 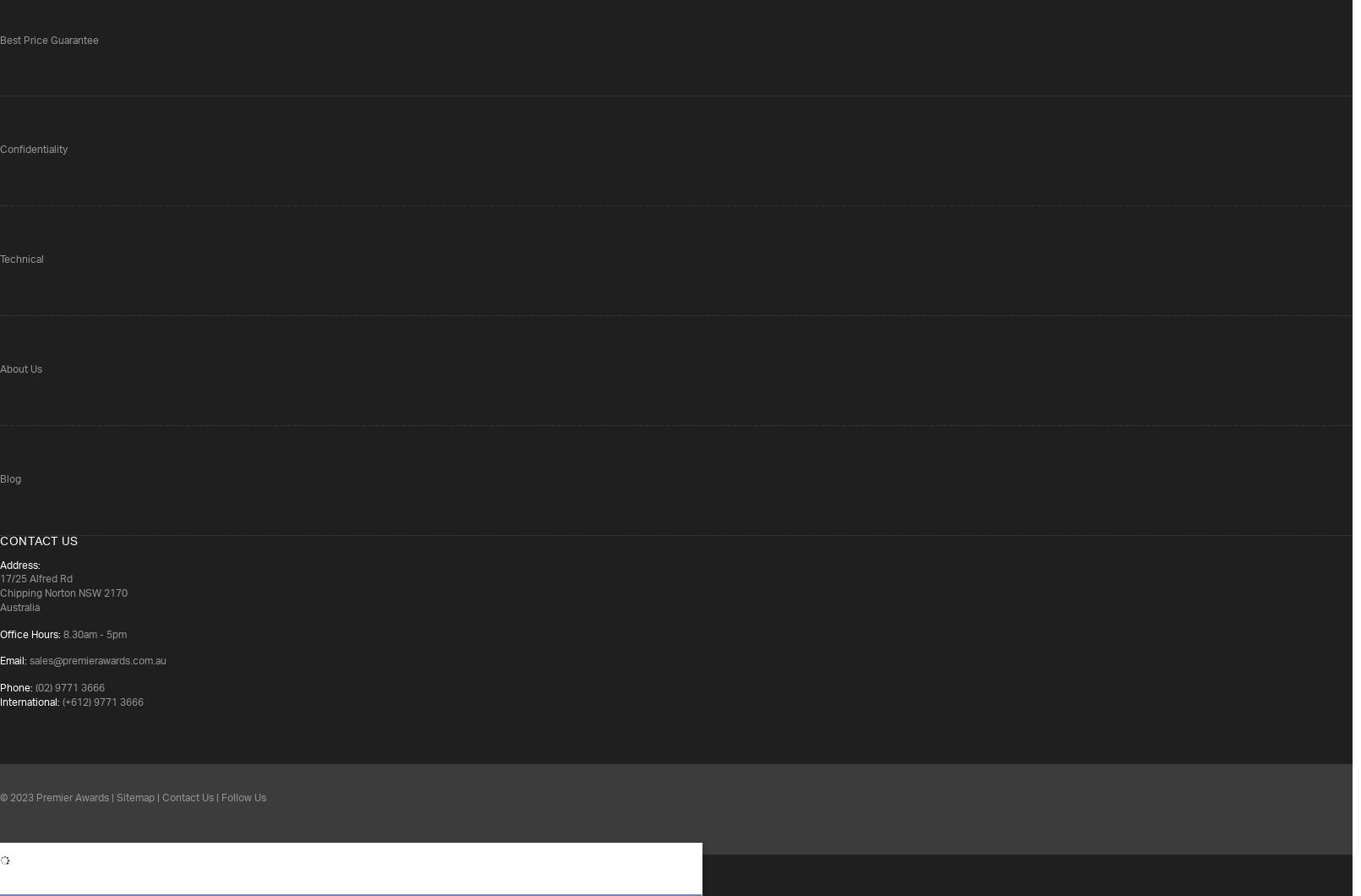 What do you see at coordinates (68, 688) in the screenshot?
I see `'(02) 9771 3666'` at bounding box center [68, 688].